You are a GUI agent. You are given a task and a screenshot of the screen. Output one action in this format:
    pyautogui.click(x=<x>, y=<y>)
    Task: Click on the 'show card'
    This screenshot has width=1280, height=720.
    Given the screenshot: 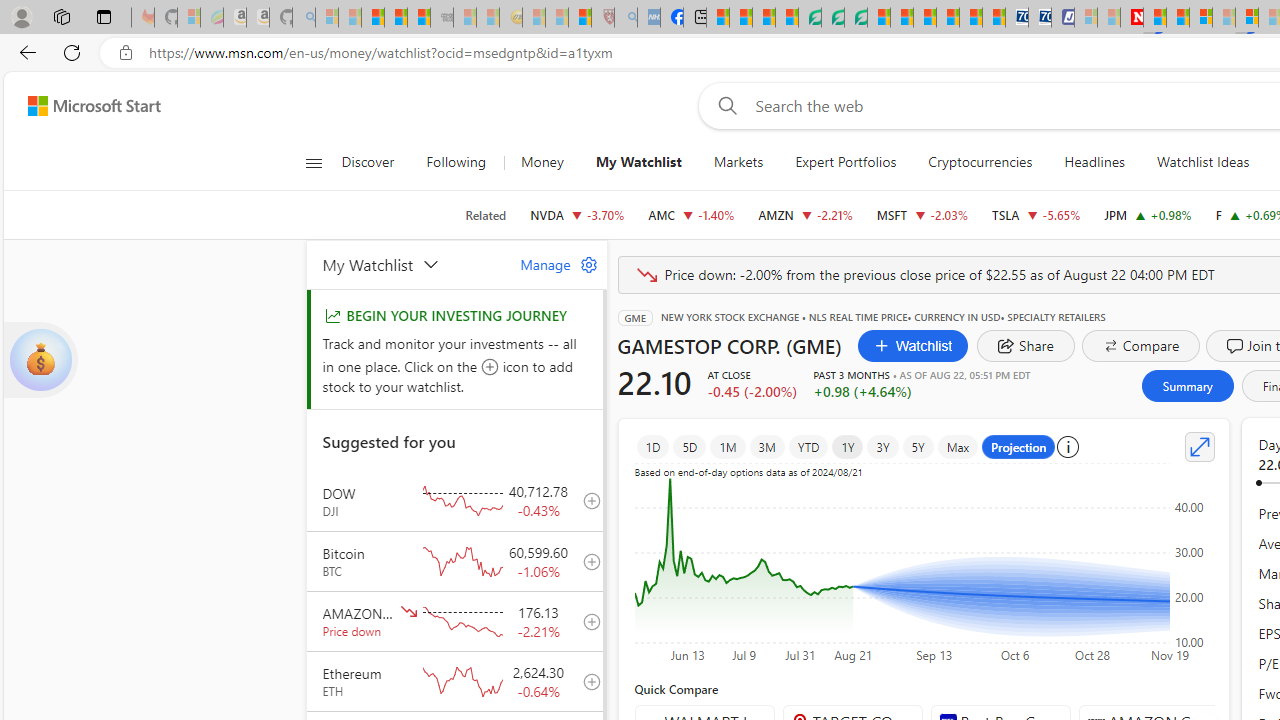 What is the action you would take?
    pyautogui.click(x=40, y=360)
    